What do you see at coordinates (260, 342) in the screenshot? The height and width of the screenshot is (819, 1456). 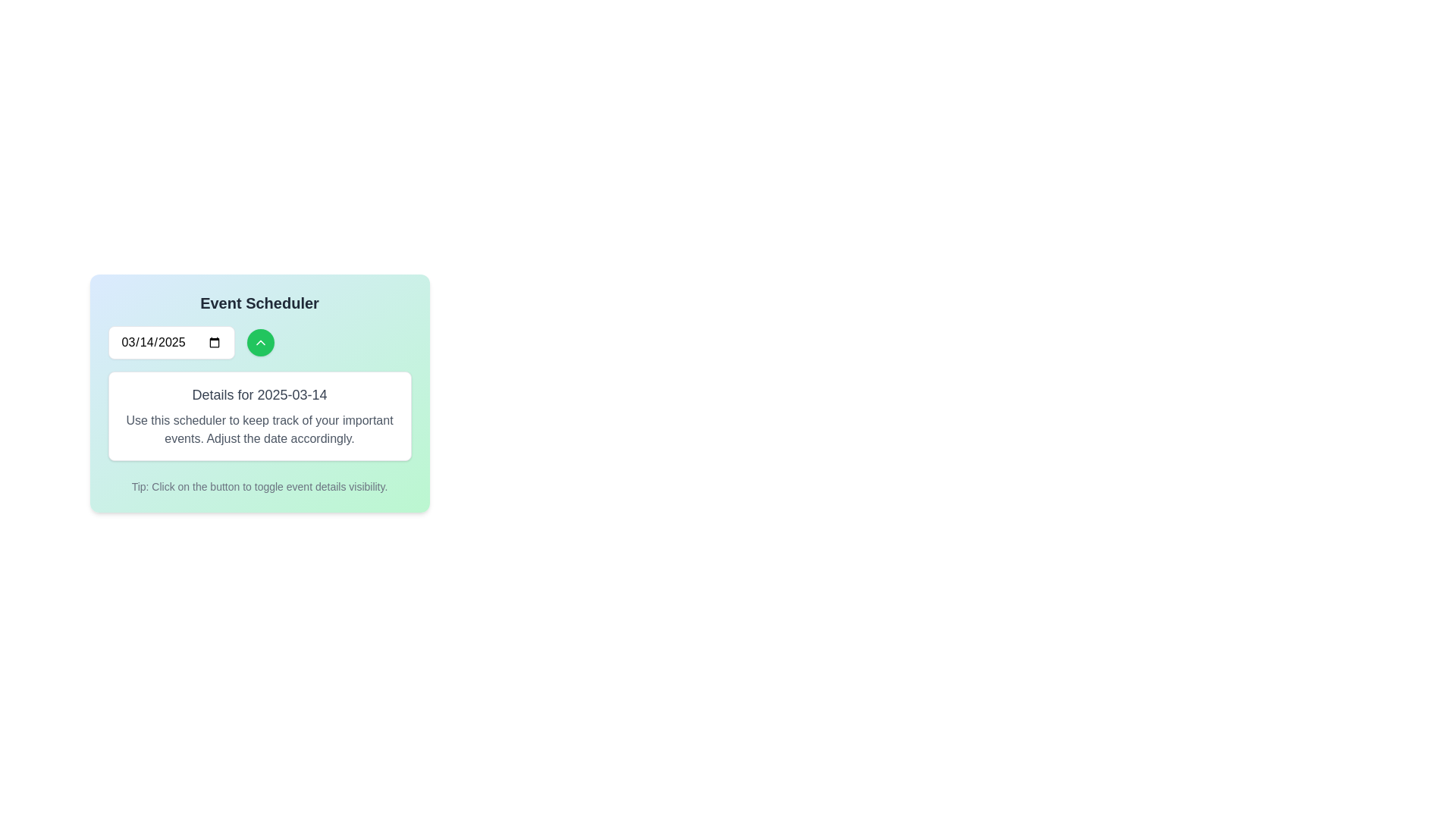 I see `the upward chevron icon located within a green circular button in the top-right section of the event card, next to the date selector input field` at bounding box center [260, 342].